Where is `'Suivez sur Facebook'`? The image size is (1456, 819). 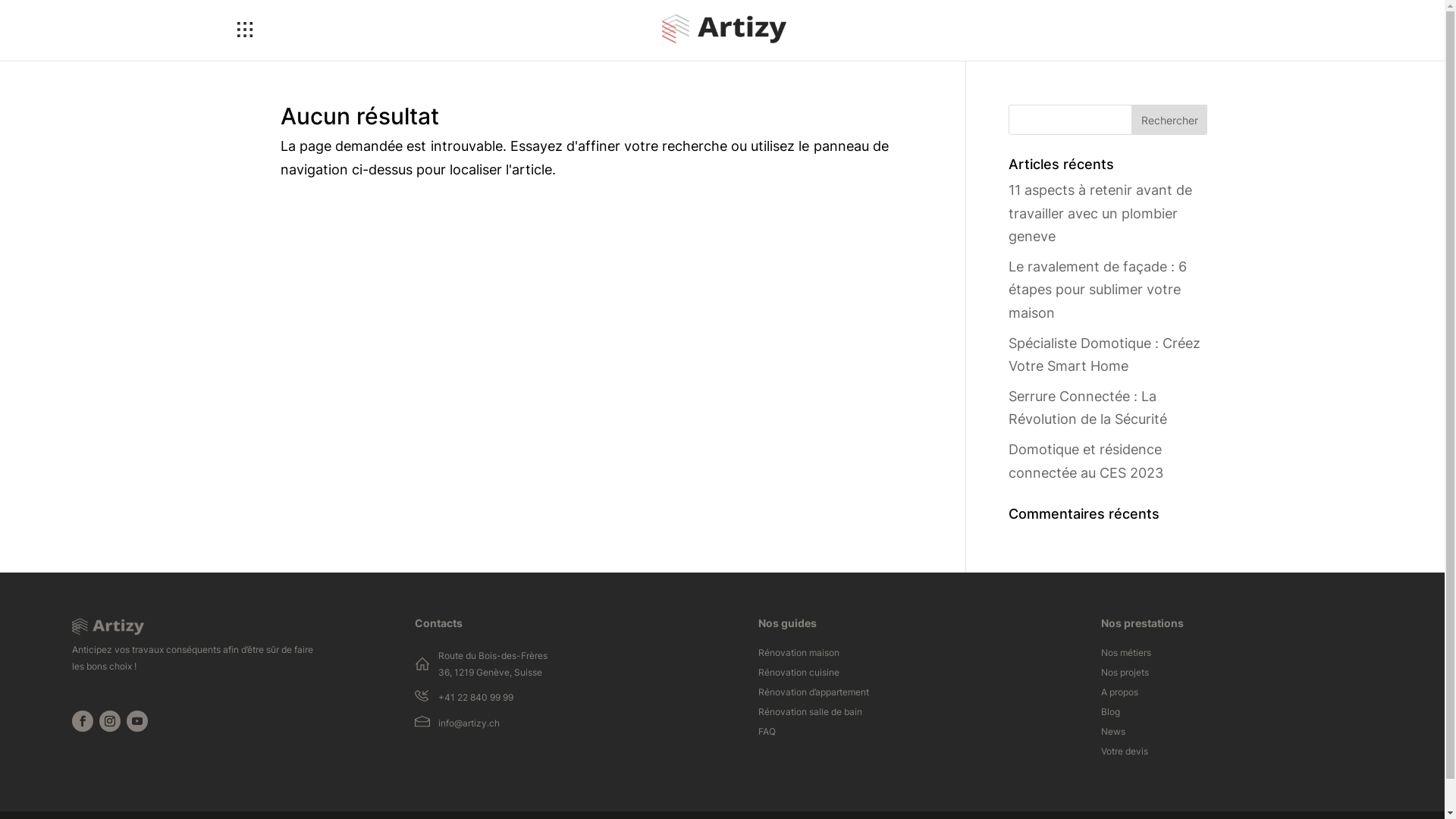 'Suivez sur Facebook' is located at coordinates (82, 720).